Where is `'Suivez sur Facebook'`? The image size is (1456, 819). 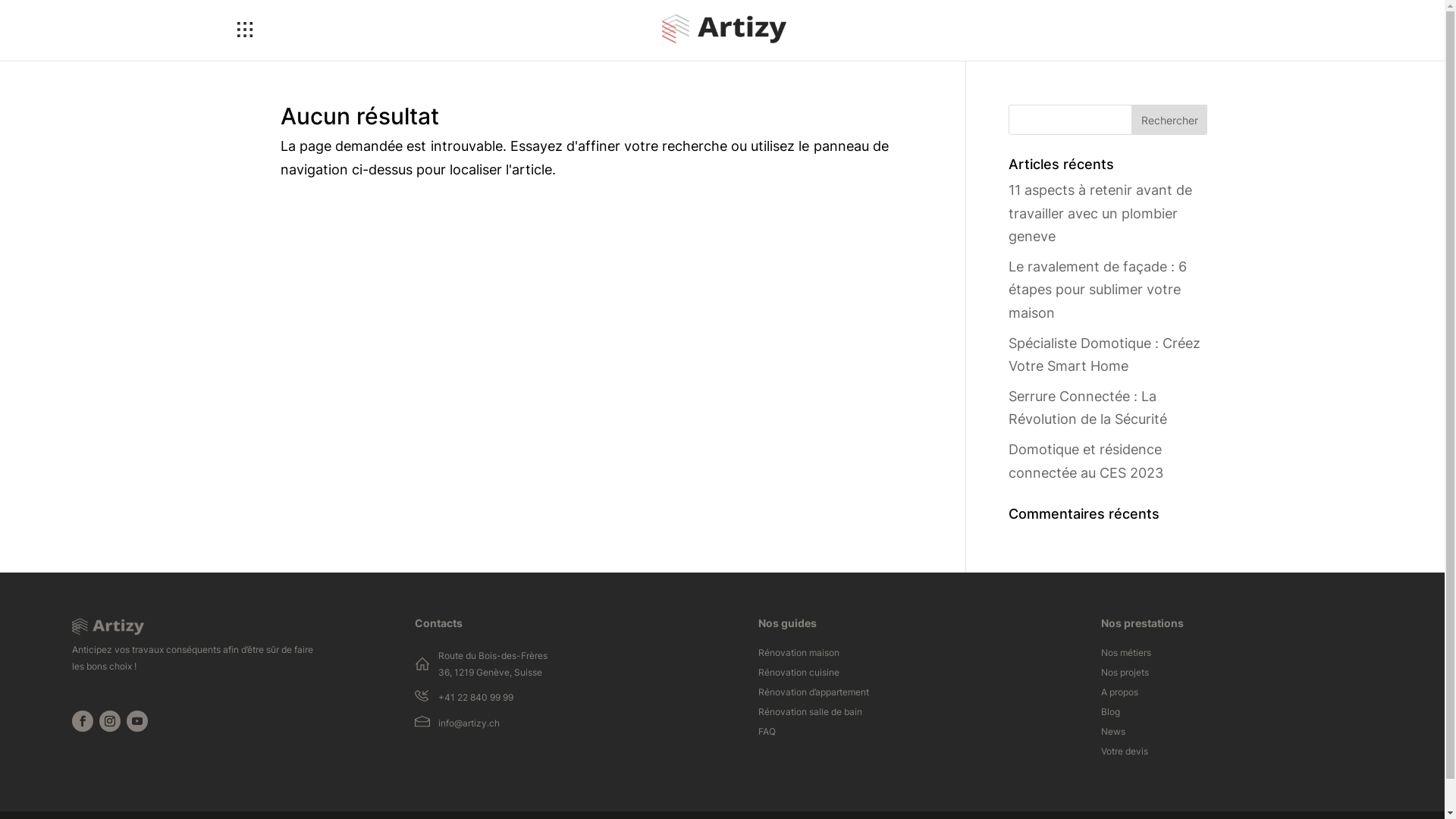 'Suivez sur Facebook' is located at coordinates (82, 720).